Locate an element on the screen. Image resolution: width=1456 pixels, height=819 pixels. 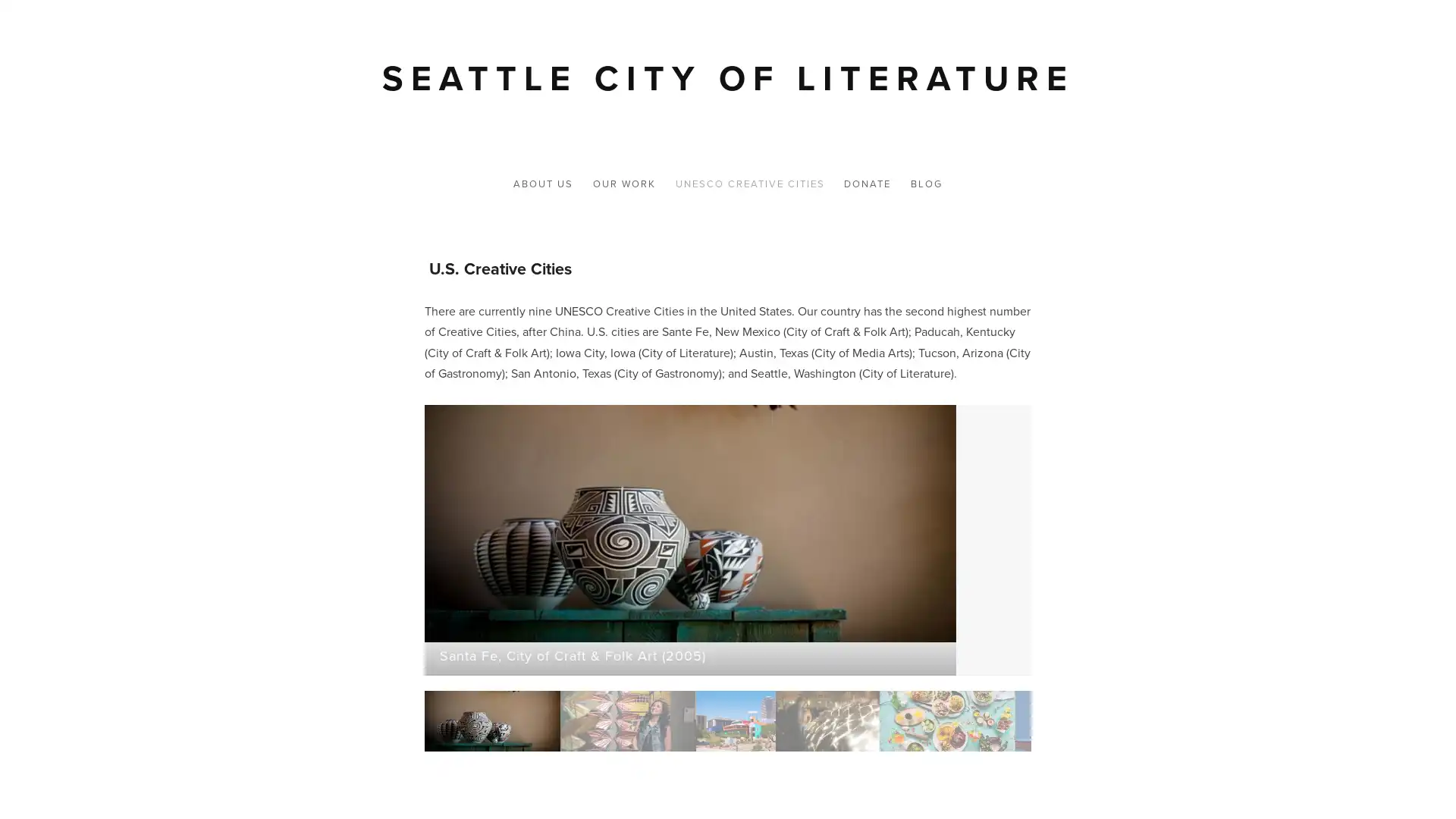
Slide 7 is located at coordinates (985, 720).